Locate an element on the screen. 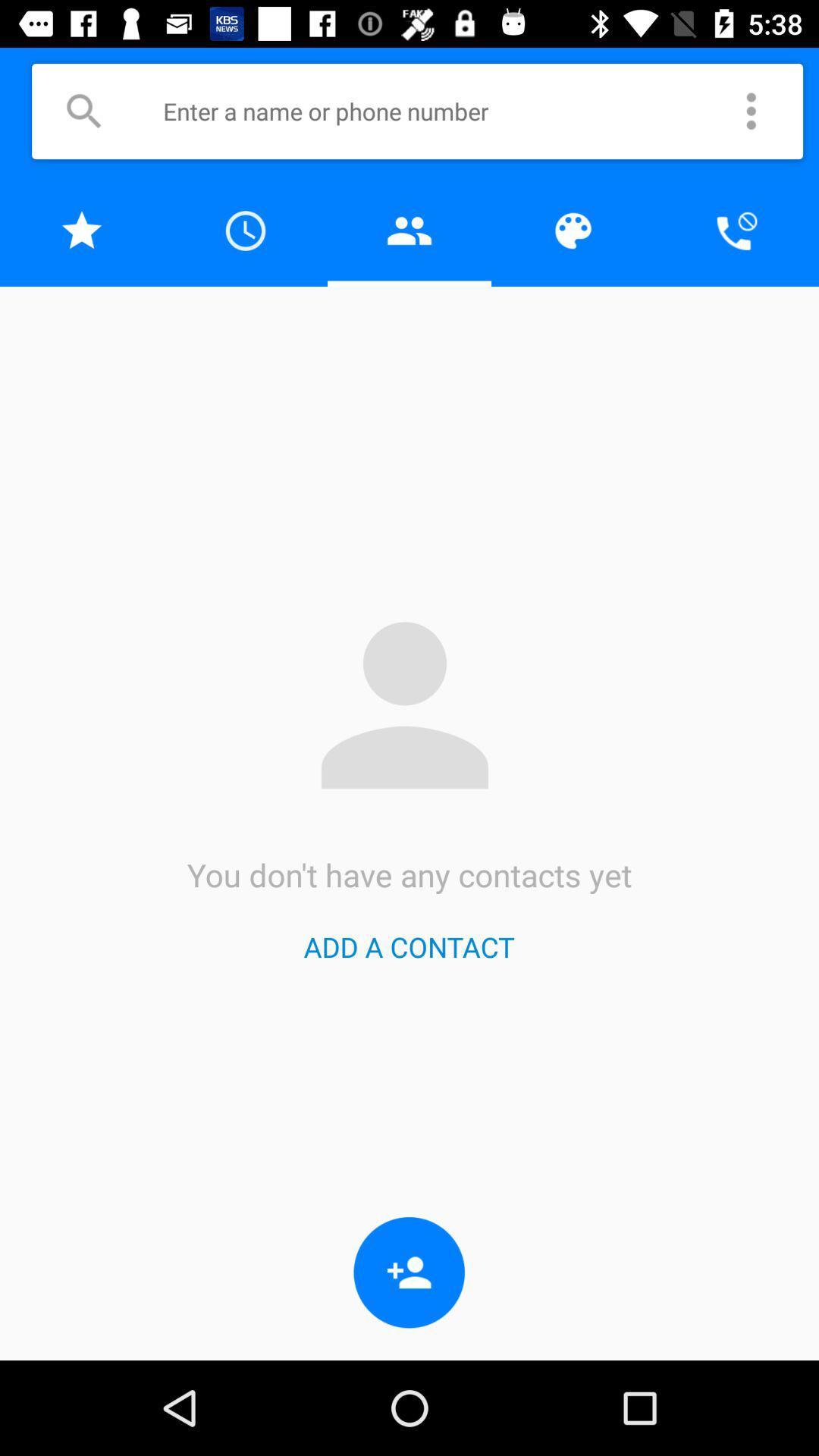  call history is located at coordinates (245, 230).